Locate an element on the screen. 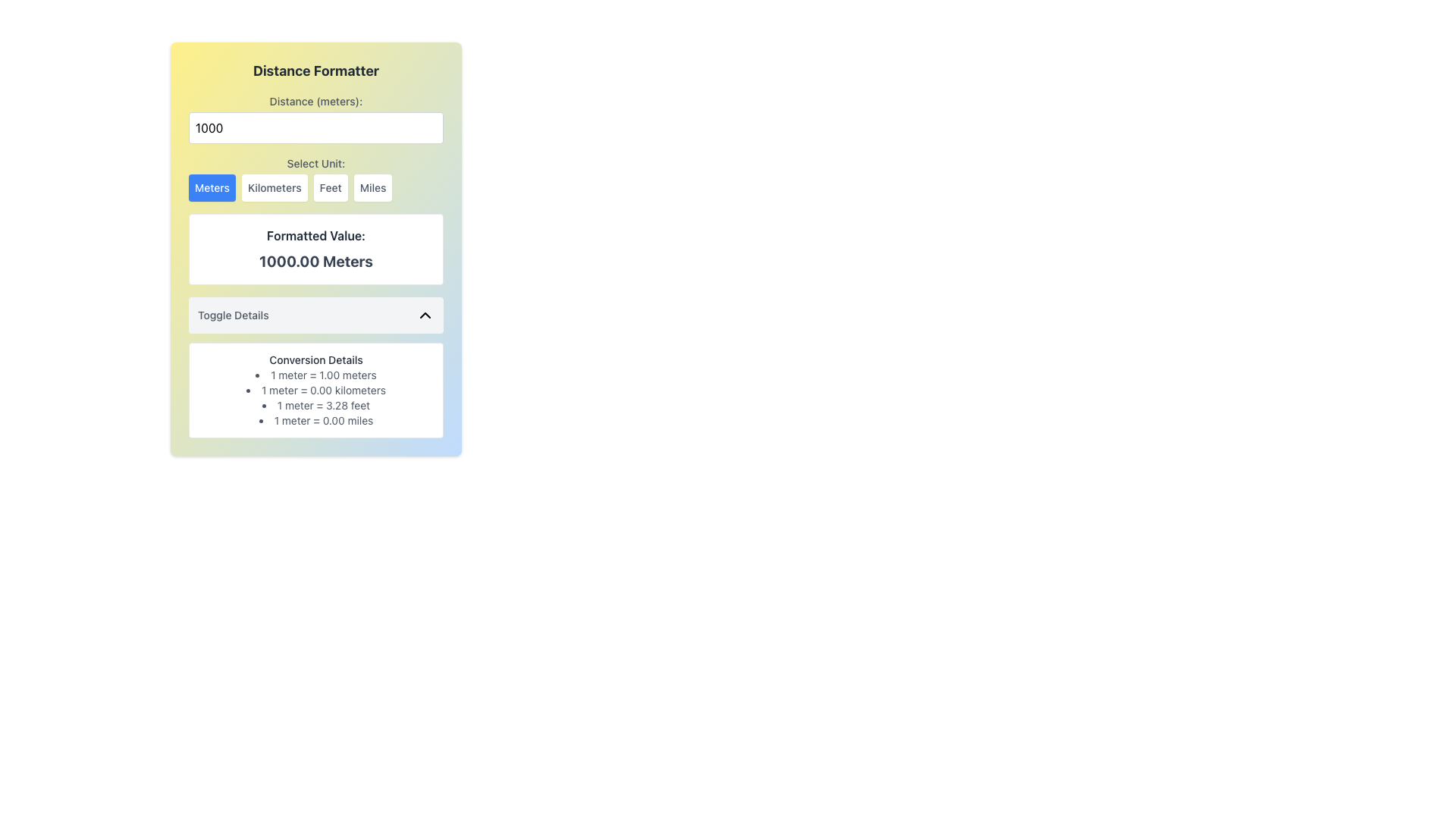 The width and height of the screenshot is (1456, 819). the static text label or heading that serves as the title for the interface section, positioned at the top center above the text 'Distance (meters):' is located at coordinates (315, 71).